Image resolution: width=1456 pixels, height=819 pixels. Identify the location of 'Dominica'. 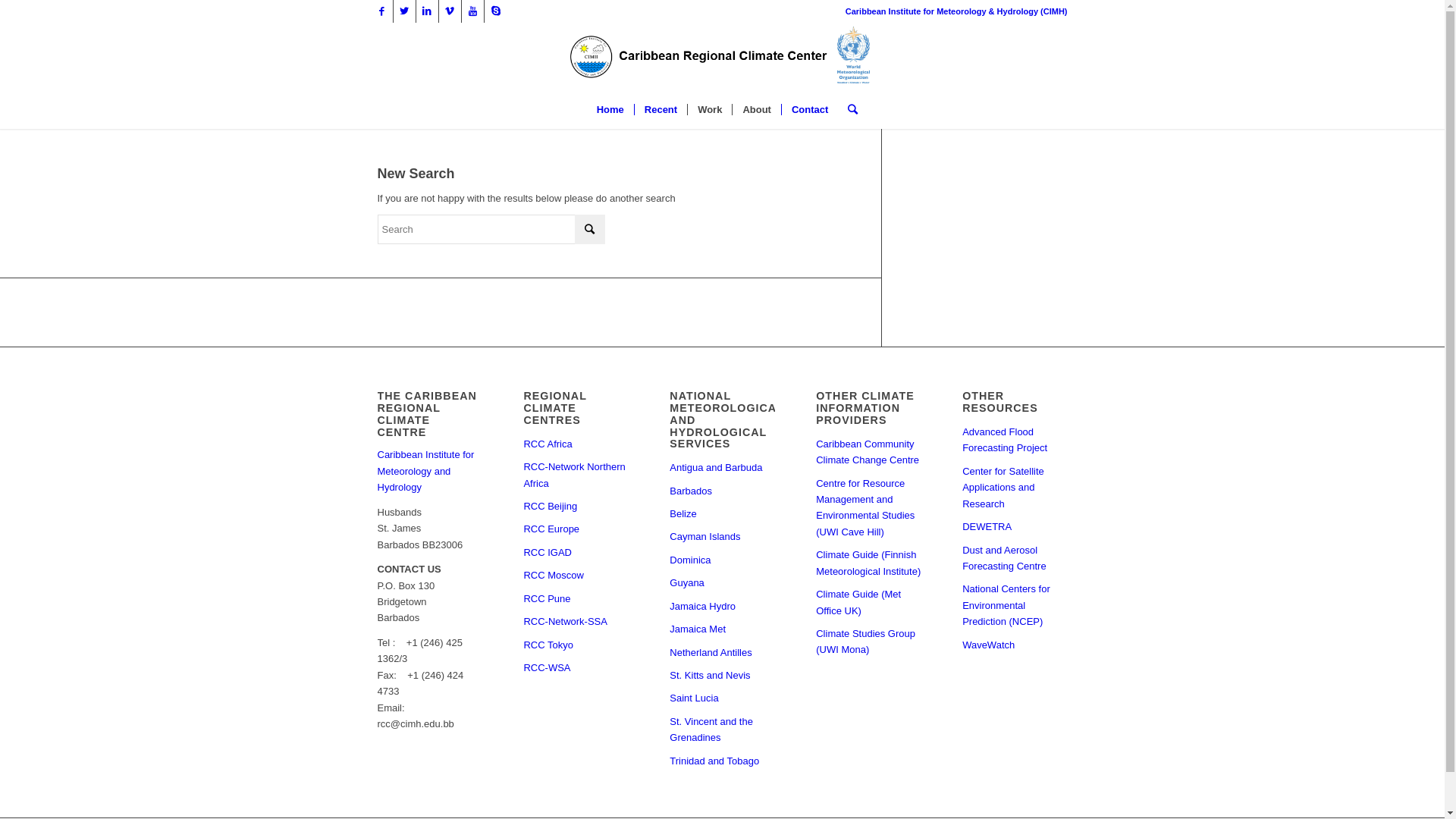
(720, 560).